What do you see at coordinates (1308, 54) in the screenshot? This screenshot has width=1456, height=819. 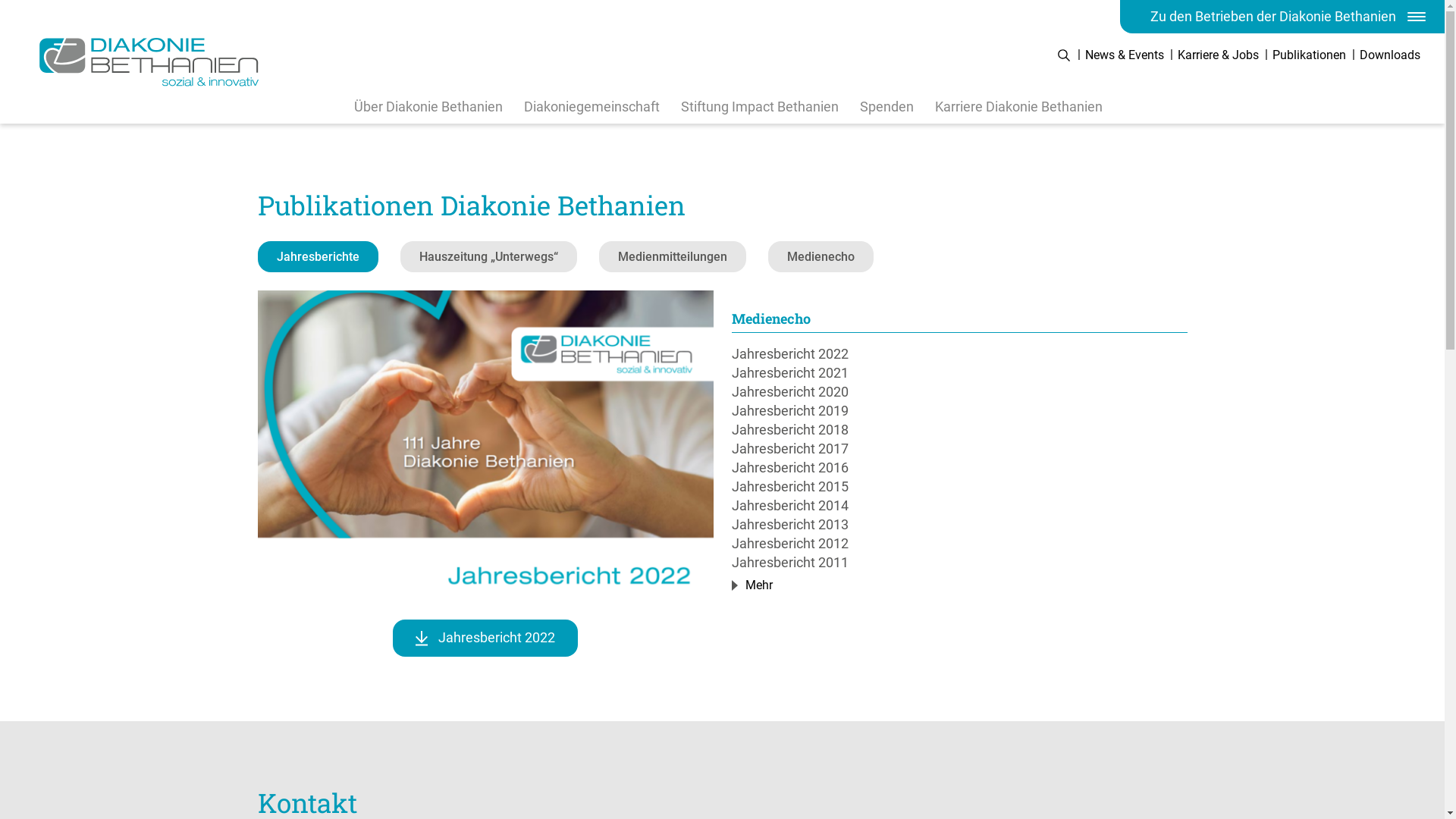 I see `'Publikationen'` at bounding box center [1308, 54].